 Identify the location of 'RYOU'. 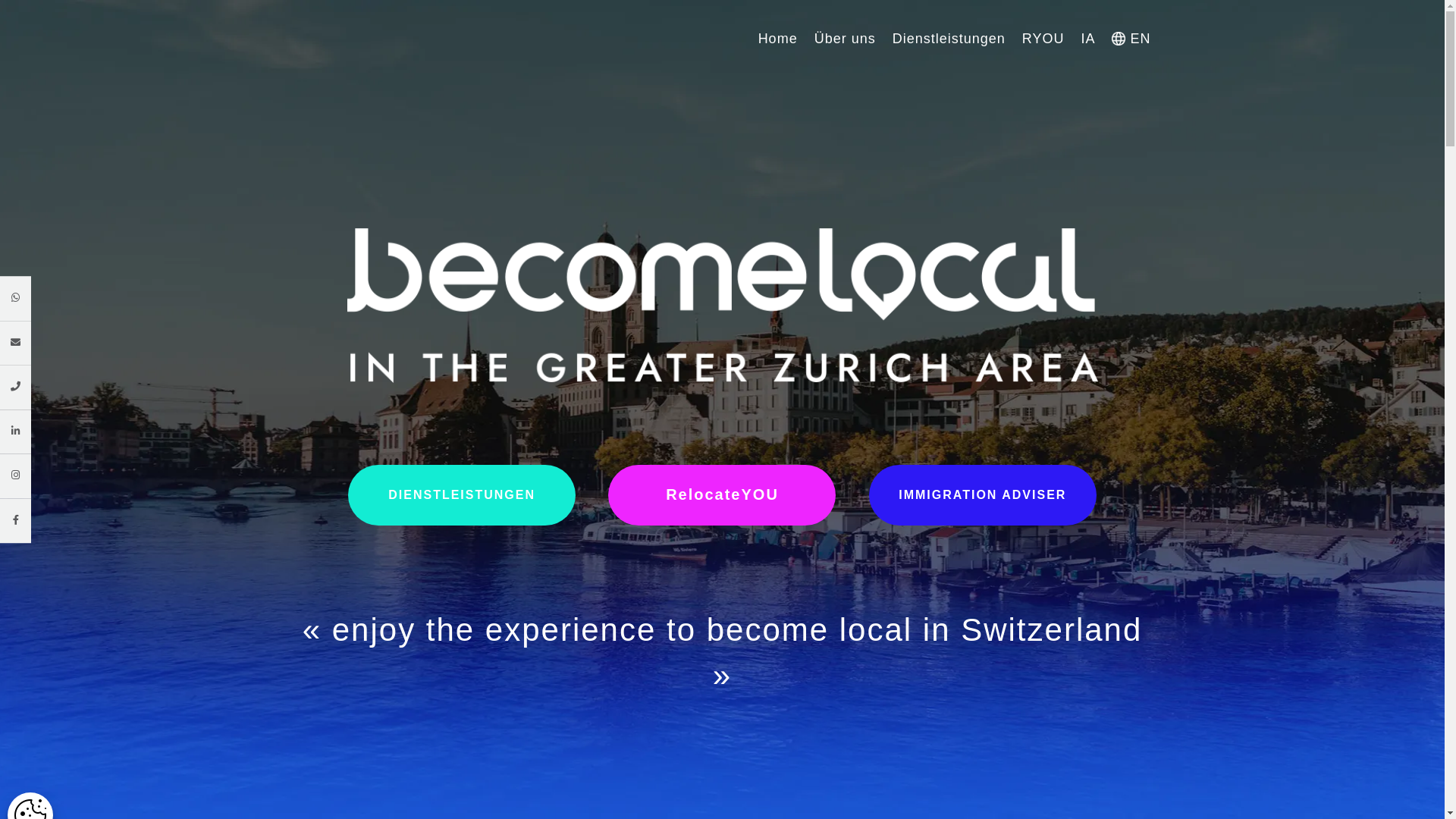
(1022, 37).